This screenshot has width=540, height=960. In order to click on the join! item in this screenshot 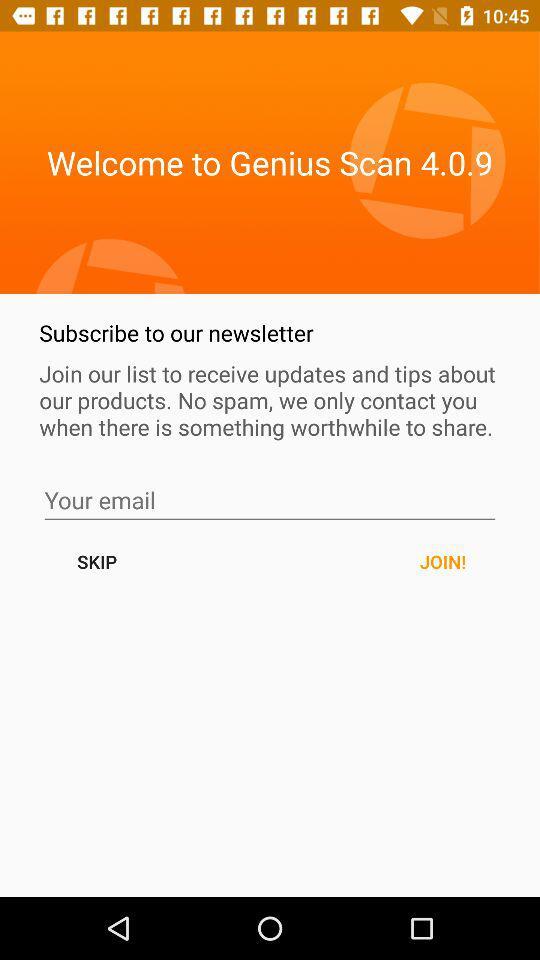, I will do `click(442, 561)`.